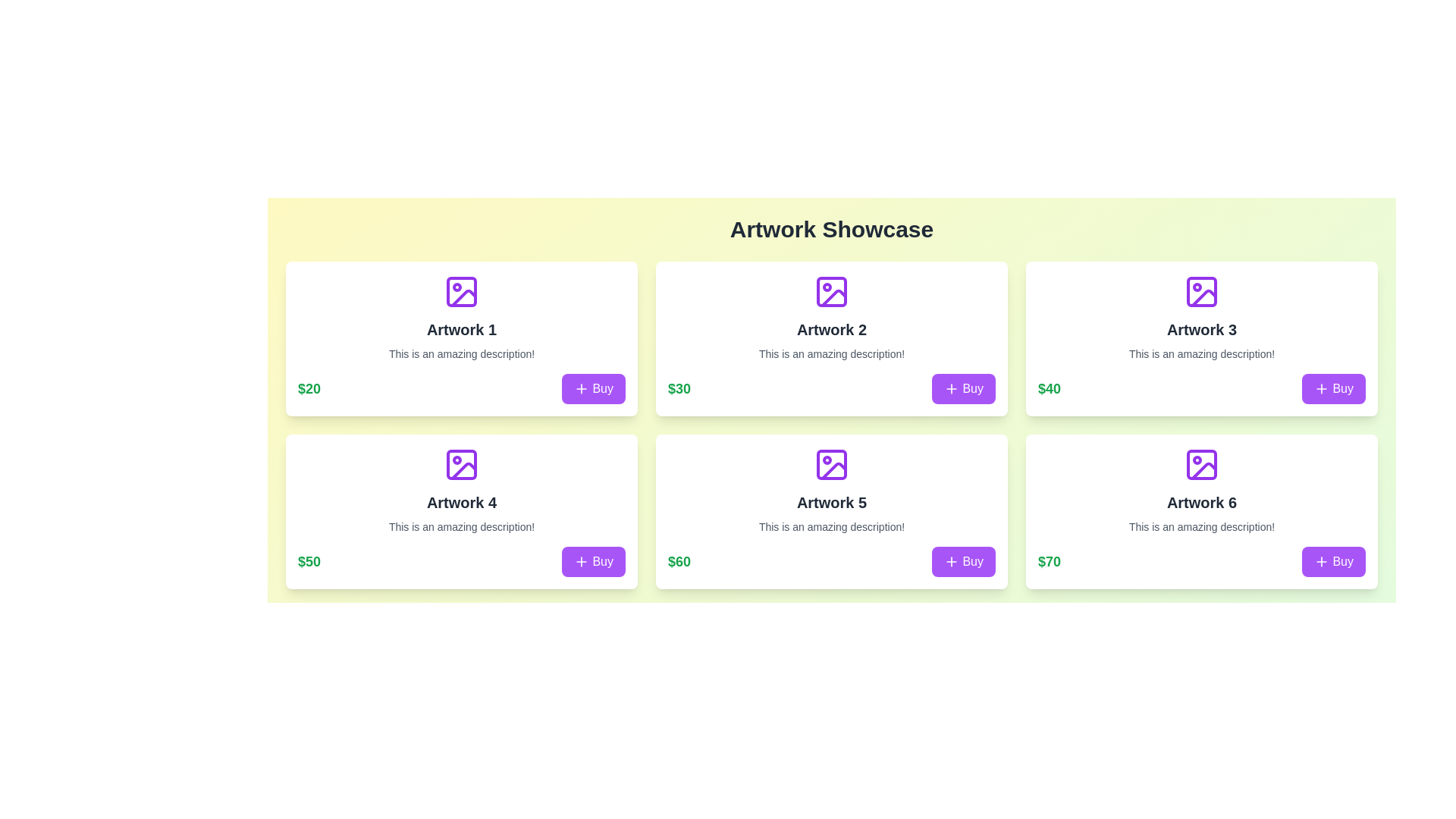 The image size is (1456, 819). Describe the element at coordinates (1200, 353) in the screenshot. I see `text label displaying 'This is an amazing description!' located beneath the 'Artwork 3' title in the central card of the second row` at that location.